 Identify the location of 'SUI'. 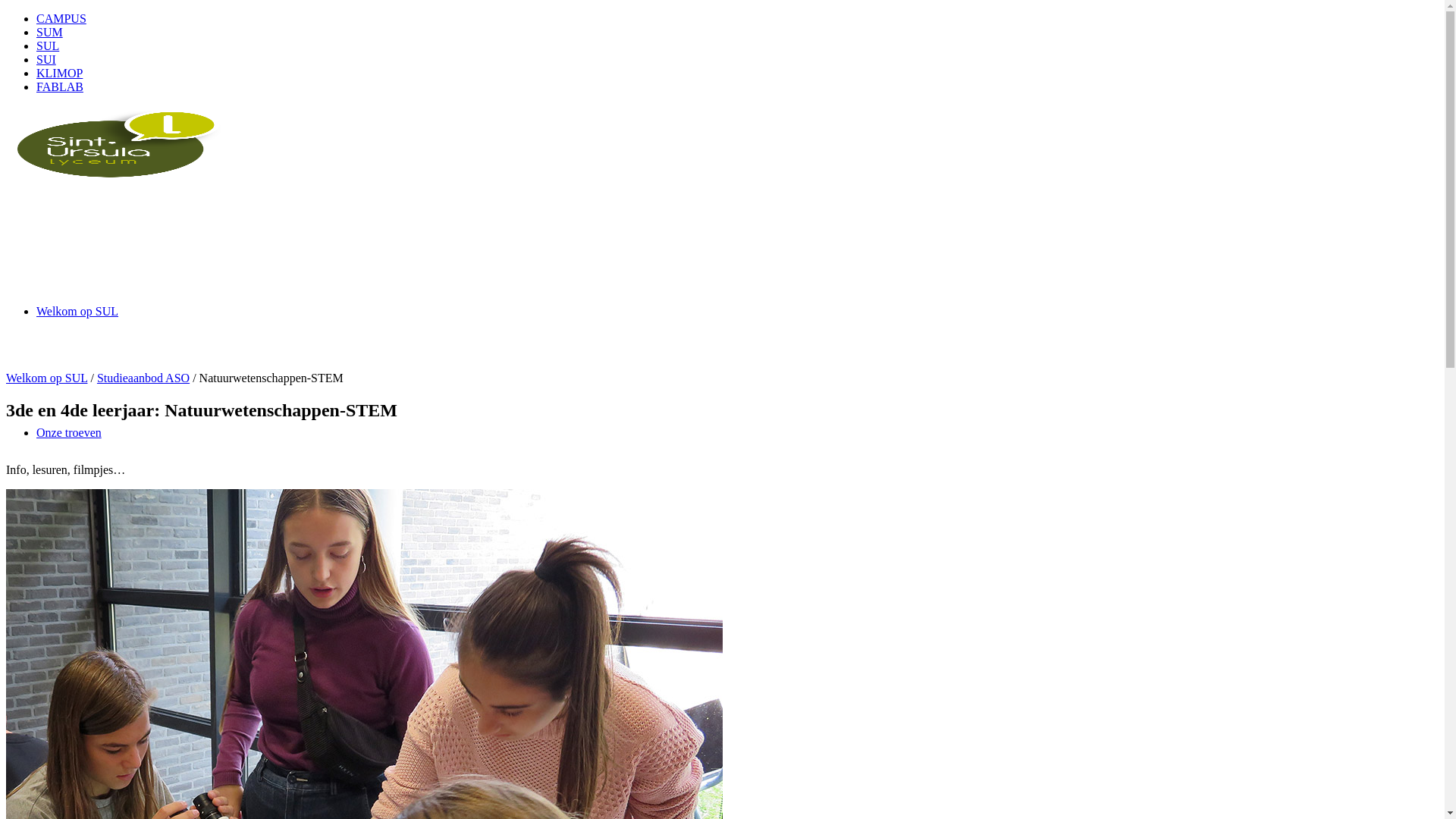
(36, 58).